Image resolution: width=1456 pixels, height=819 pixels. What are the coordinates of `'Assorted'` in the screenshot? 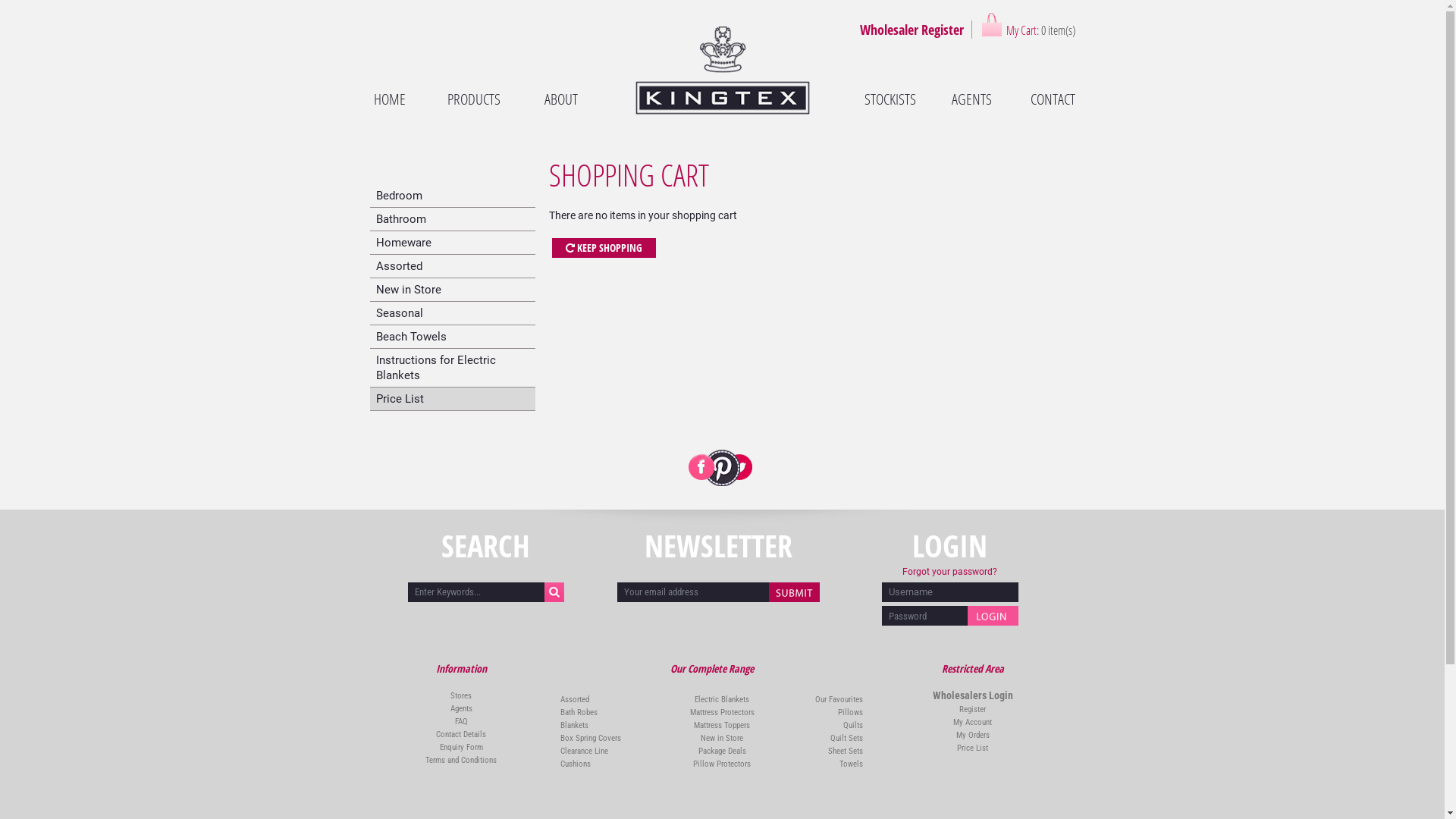 It's located at (451, 265).